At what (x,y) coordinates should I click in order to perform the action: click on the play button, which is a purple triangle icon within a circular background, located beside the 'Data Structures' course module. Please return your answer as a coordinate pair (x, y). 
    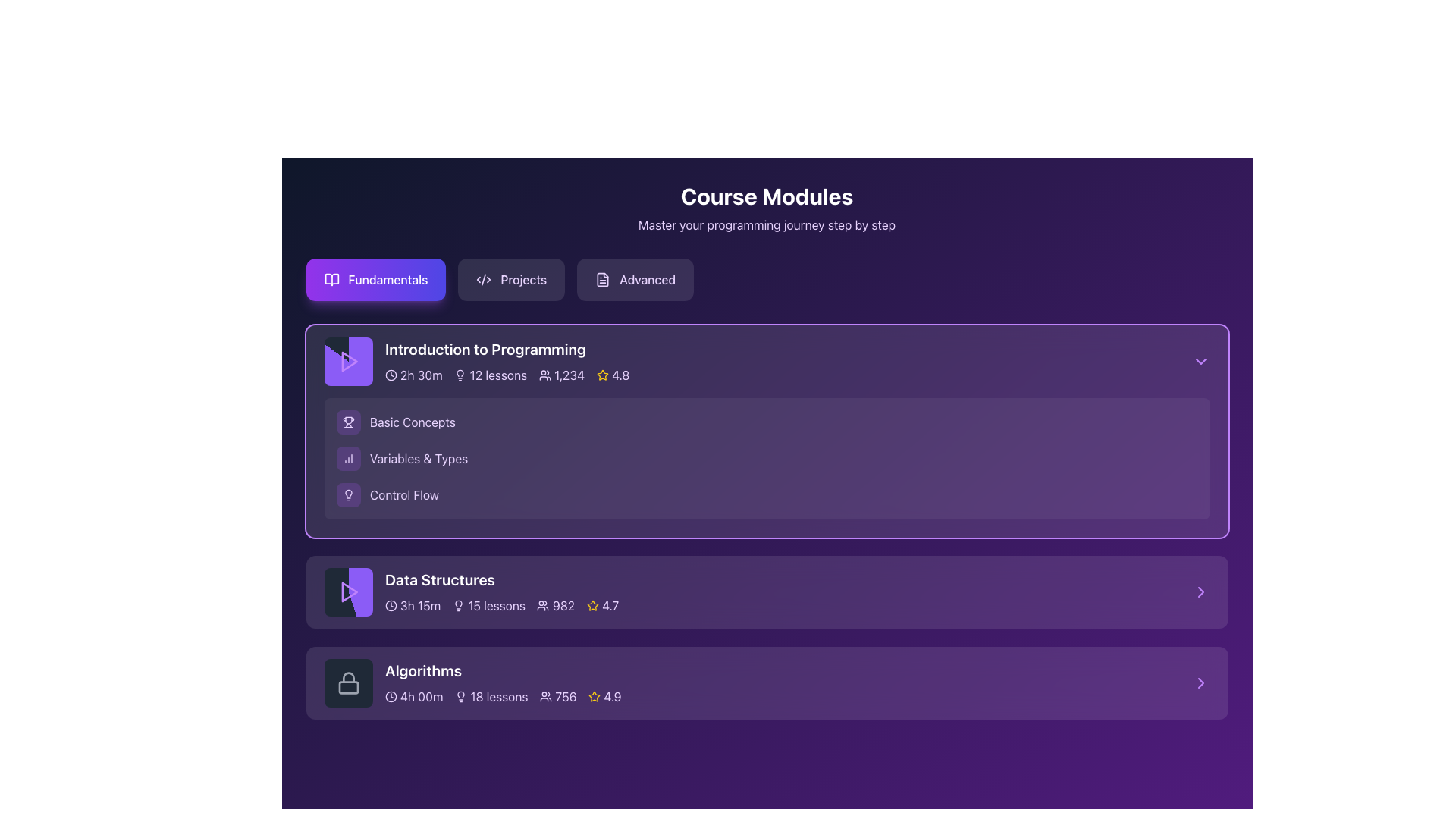
    Looking at the image, I should click on (347, 591).